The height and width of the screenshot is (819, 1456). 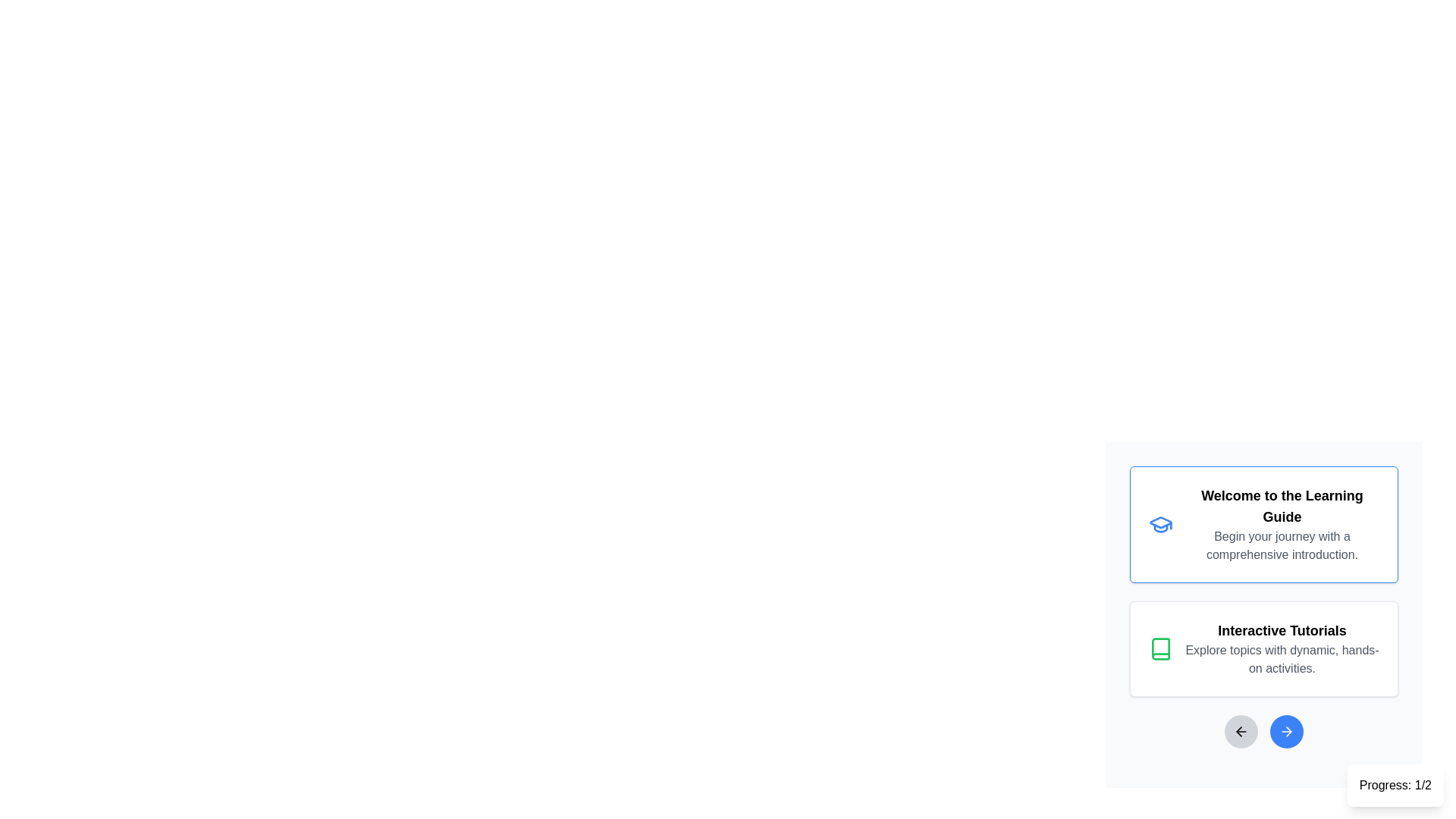 What do you see at coordinates (1281, 659) in the screenshot?
I see `descriptive text of the Text Label located below the title 'Interactive Tutorials' in the card-like layout` at bounding box center [1281, 659].